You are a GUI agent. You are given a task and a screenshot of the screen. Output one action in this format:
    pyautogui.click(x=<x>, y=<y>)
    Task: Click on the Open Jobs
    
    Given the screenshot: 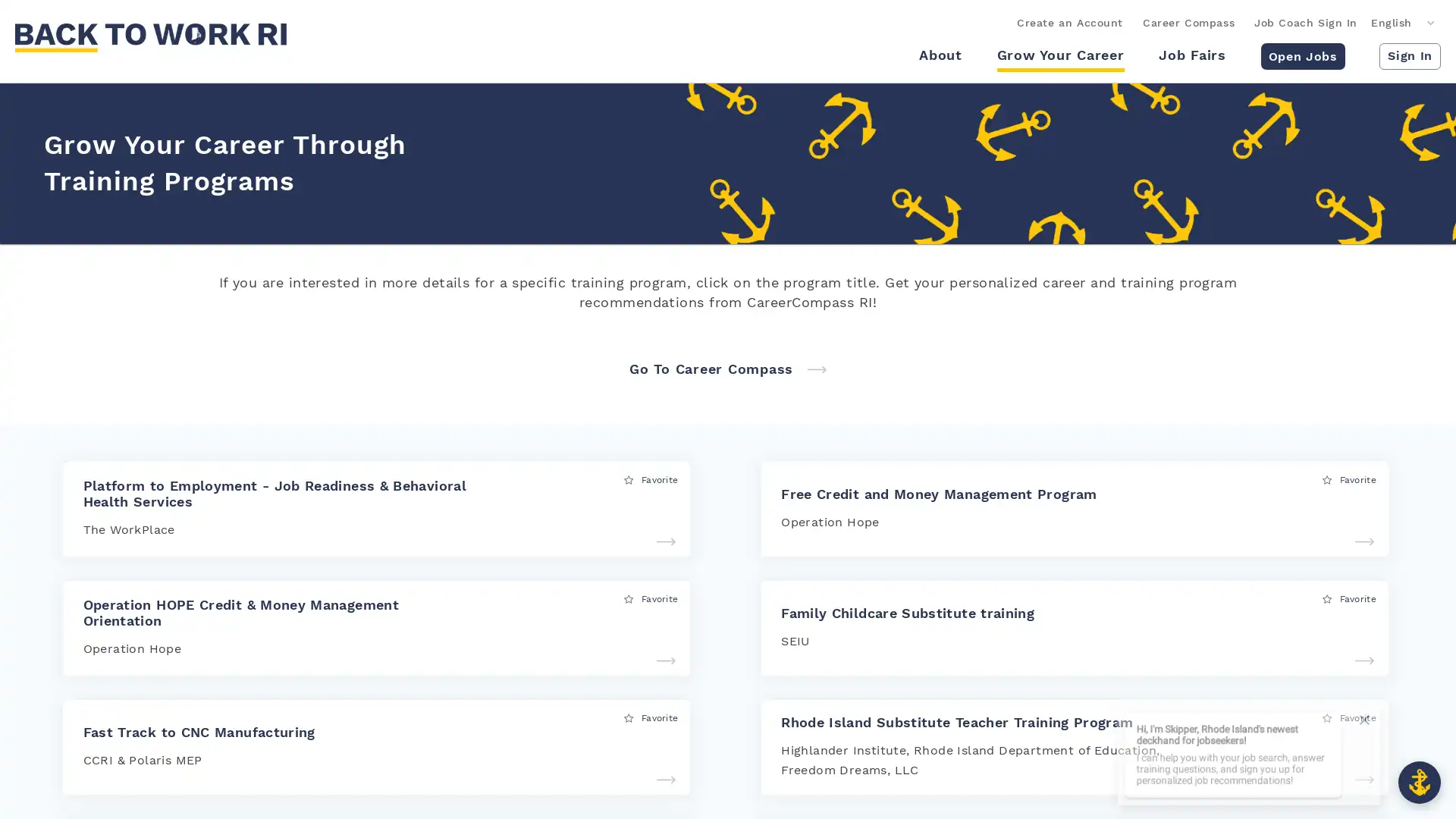 What is the action you would take?
    pyautogui.click(x=1301, y=55)
    